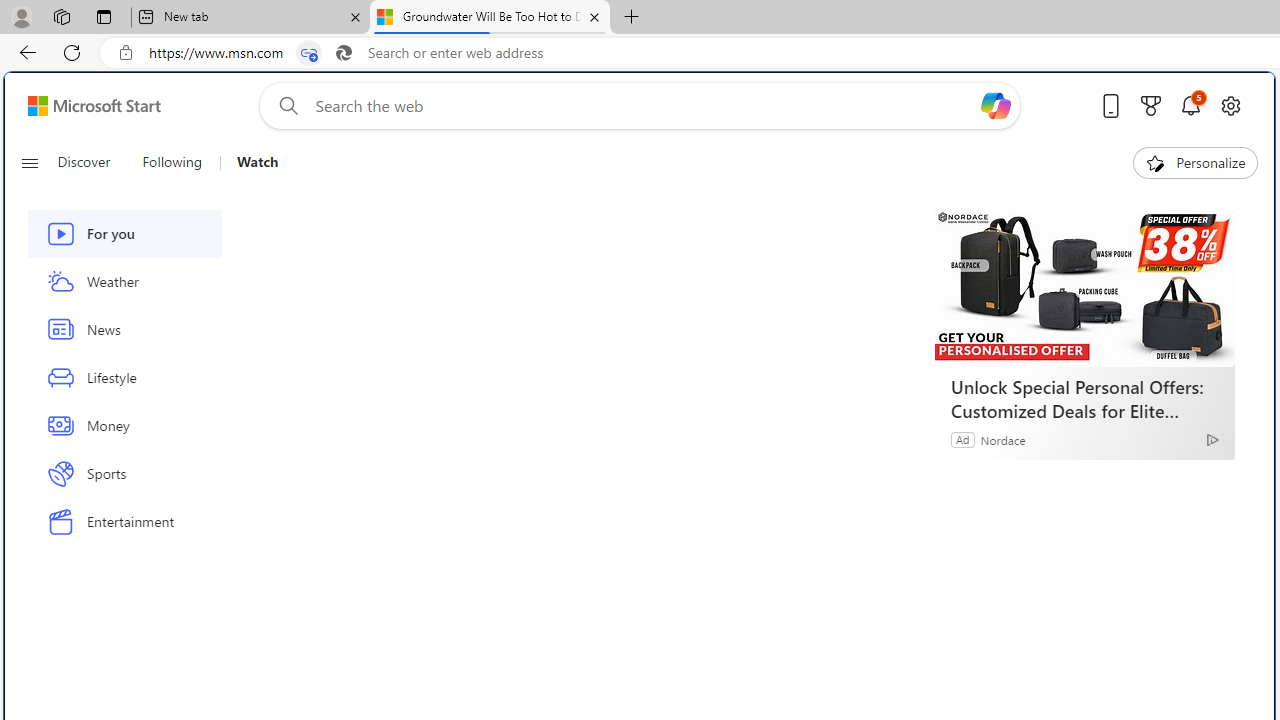 The image size is (1280, 720). Describe the element at coordinates (308, 52) in the screenshot. I see `'Tabs in split screen'` at that location.